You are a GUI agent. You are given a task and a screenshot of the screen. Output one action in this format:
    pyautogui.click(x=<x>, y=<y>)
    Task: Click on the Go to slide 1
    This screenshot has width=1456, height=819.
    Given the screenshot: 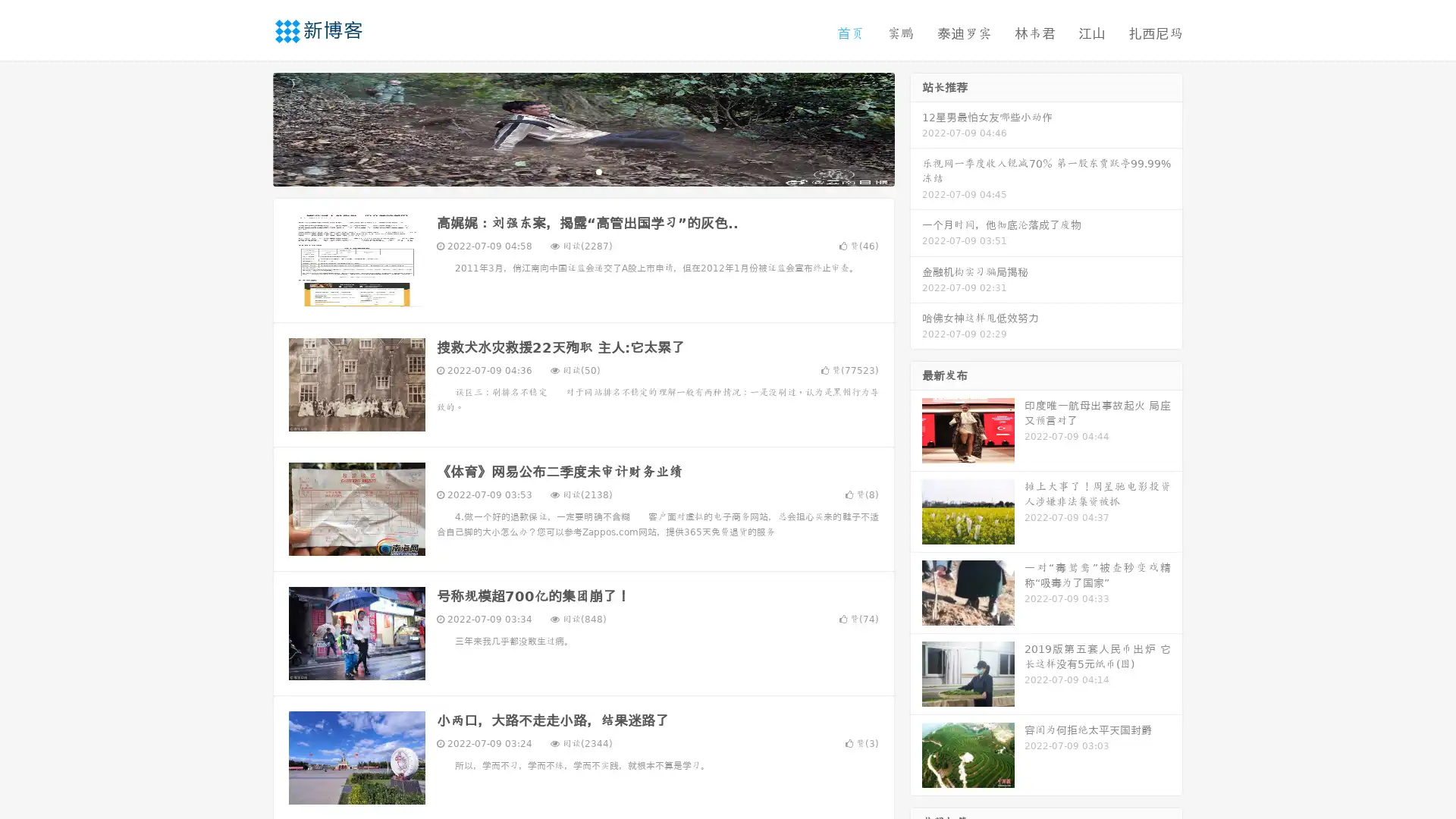 What is the action you would take?
    pyautogui.click(x=567, y=171)
    